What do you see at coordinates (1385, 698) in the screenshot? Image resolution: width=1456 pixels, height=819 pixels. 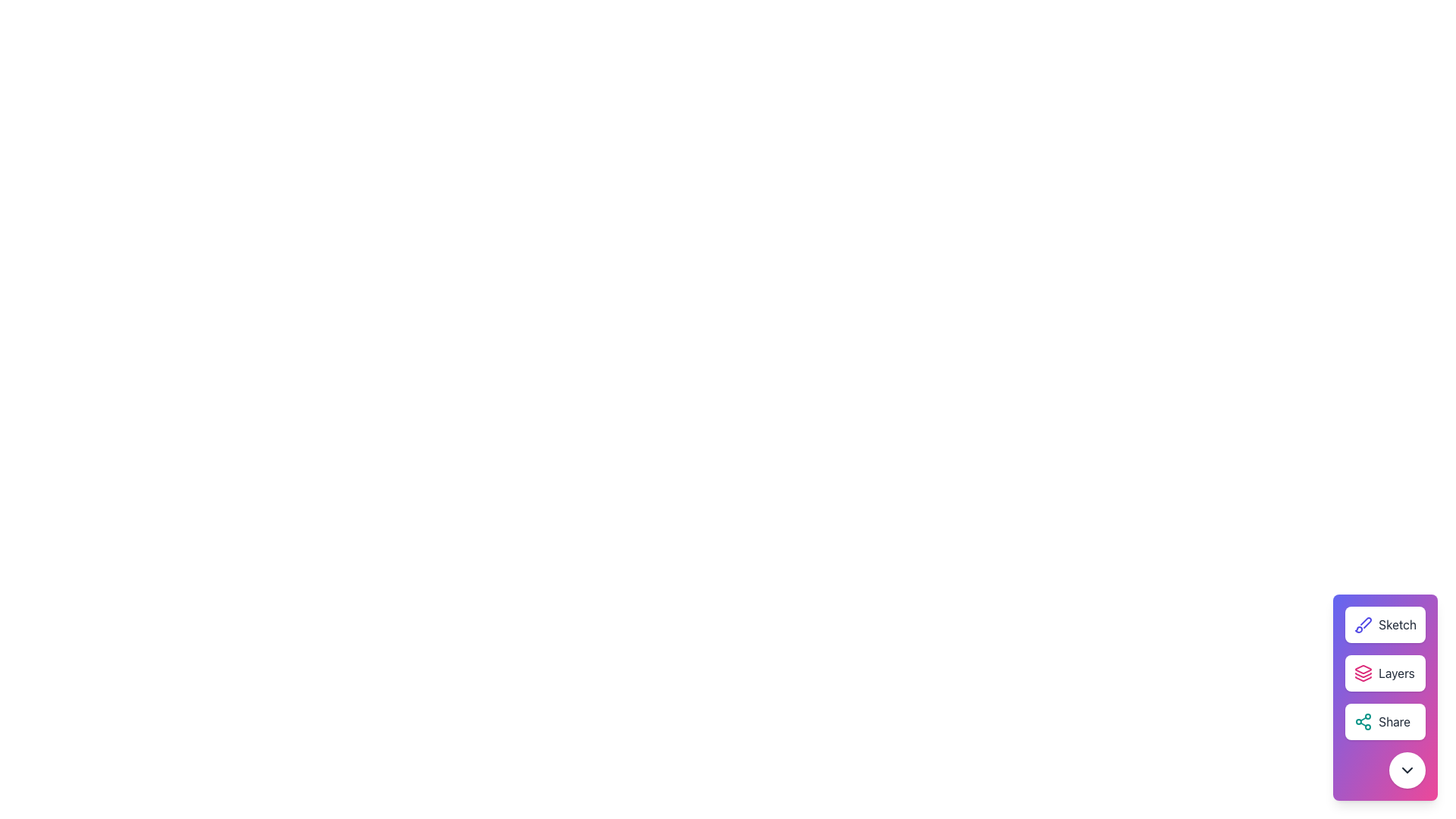 I see `the composite UI component in the bottom-right corner of the display` at bounding box center [1385, 698].